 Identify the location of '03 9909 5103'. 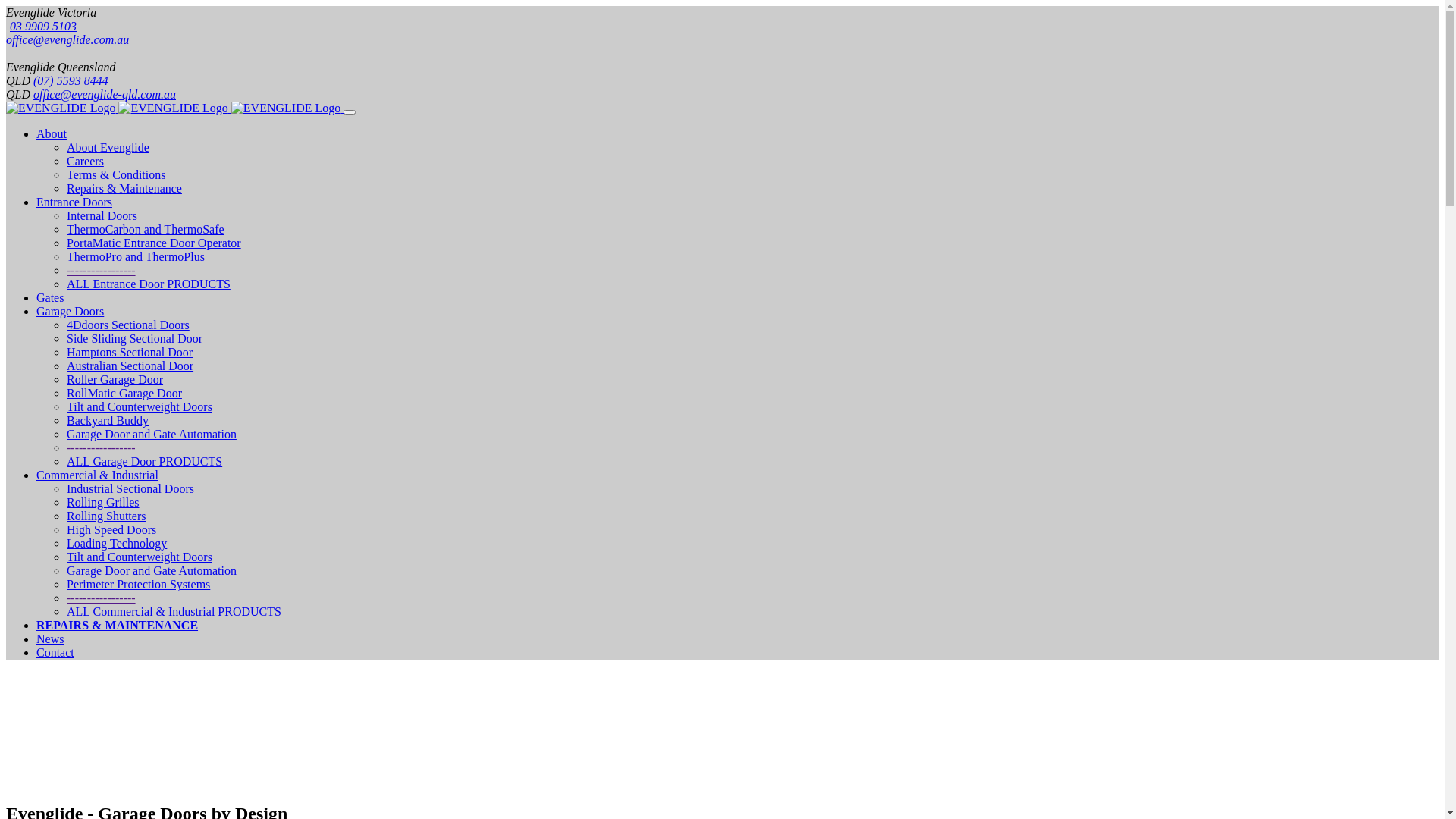
(41, 26).